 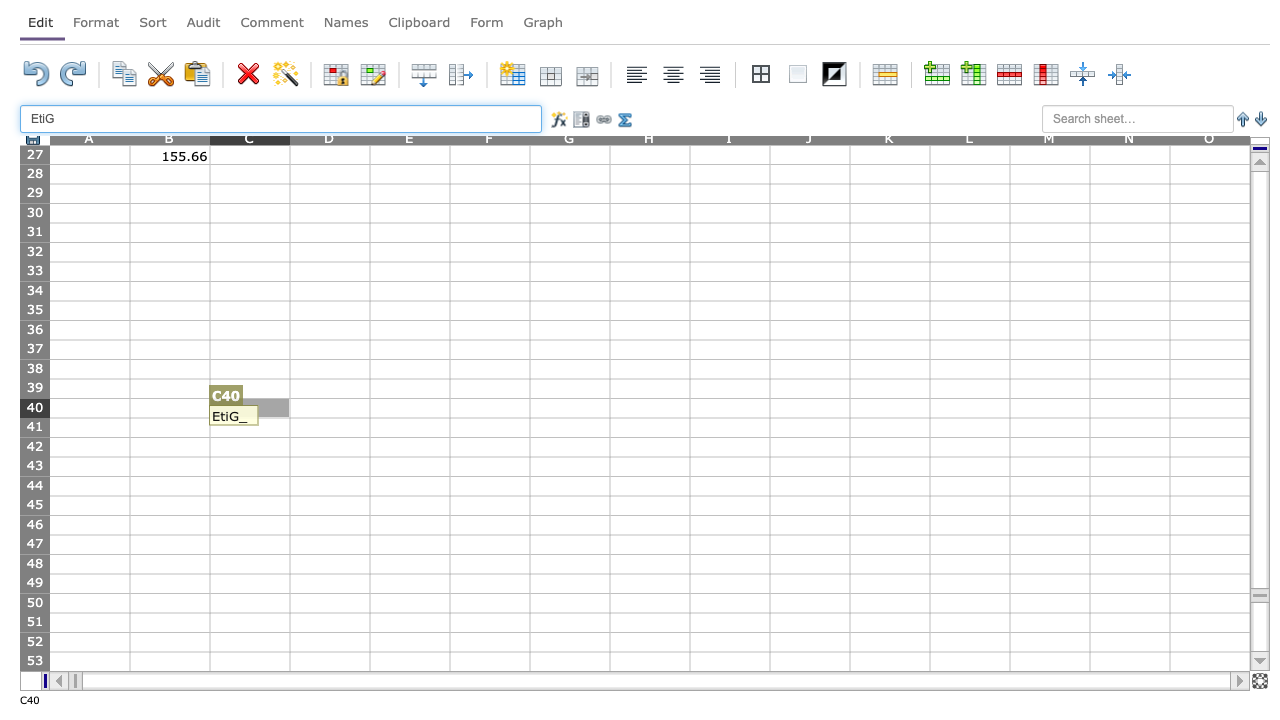 What do you see at coordinates (329, 661) in the screenshot?
I see `Activate cell D53` at bounding box center [329, 661].